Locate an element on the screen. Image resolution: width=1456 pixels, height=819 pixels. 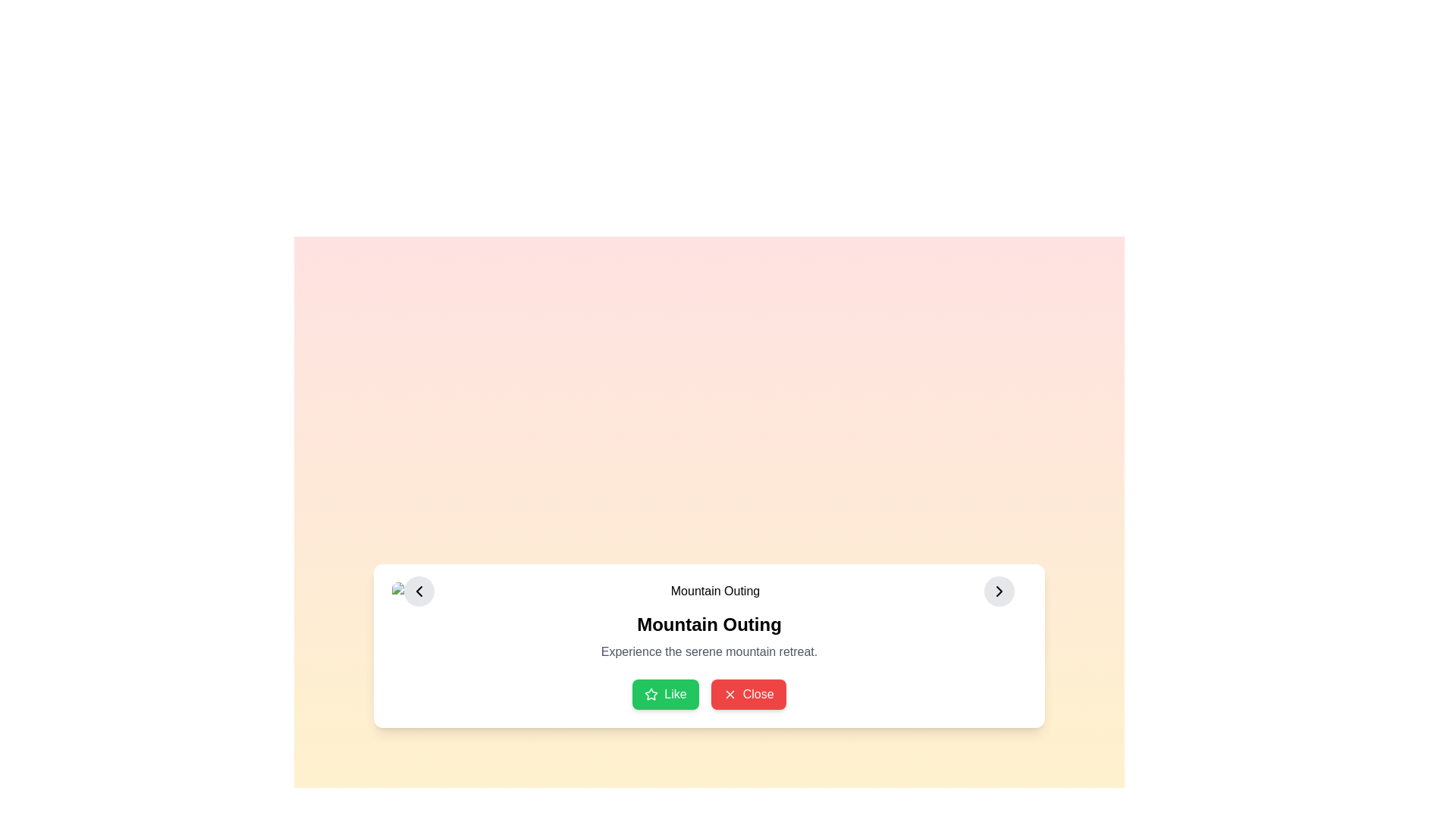
the SVG component forming part of the 'X' icon, which is styled for a closing action, located in the top-right corner of the card titled 'Mountain Outing' is located at coordinates (730, 694).